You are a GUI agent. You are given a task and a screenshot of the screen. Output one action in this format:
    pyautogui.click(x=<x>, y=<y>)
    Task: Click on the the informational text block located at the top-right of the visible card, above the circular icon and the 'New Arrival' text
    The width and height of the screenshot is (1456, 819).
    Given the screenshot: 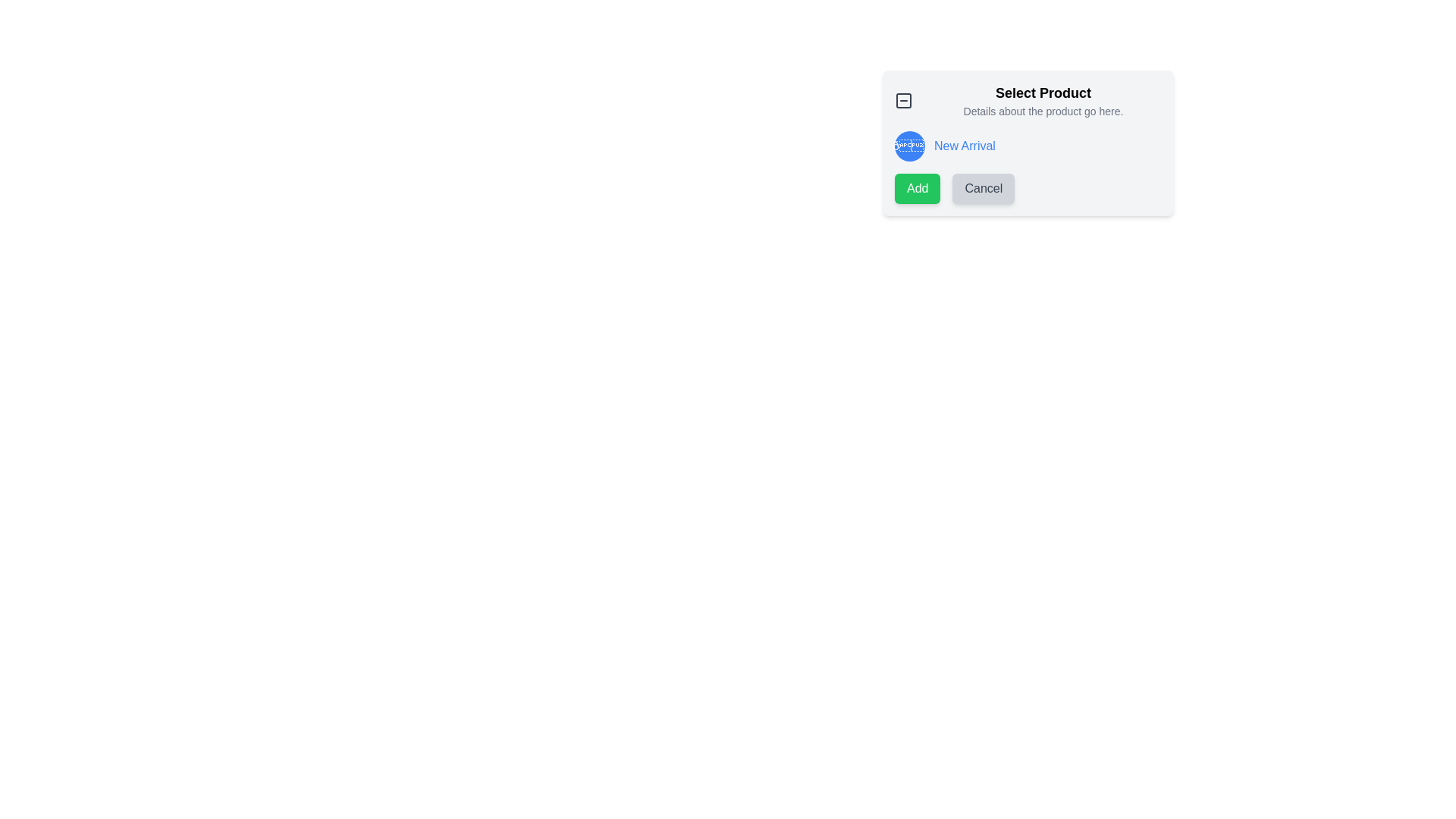 What is the action you would take?
    pyautogui.click(x=1043, y=100)
    